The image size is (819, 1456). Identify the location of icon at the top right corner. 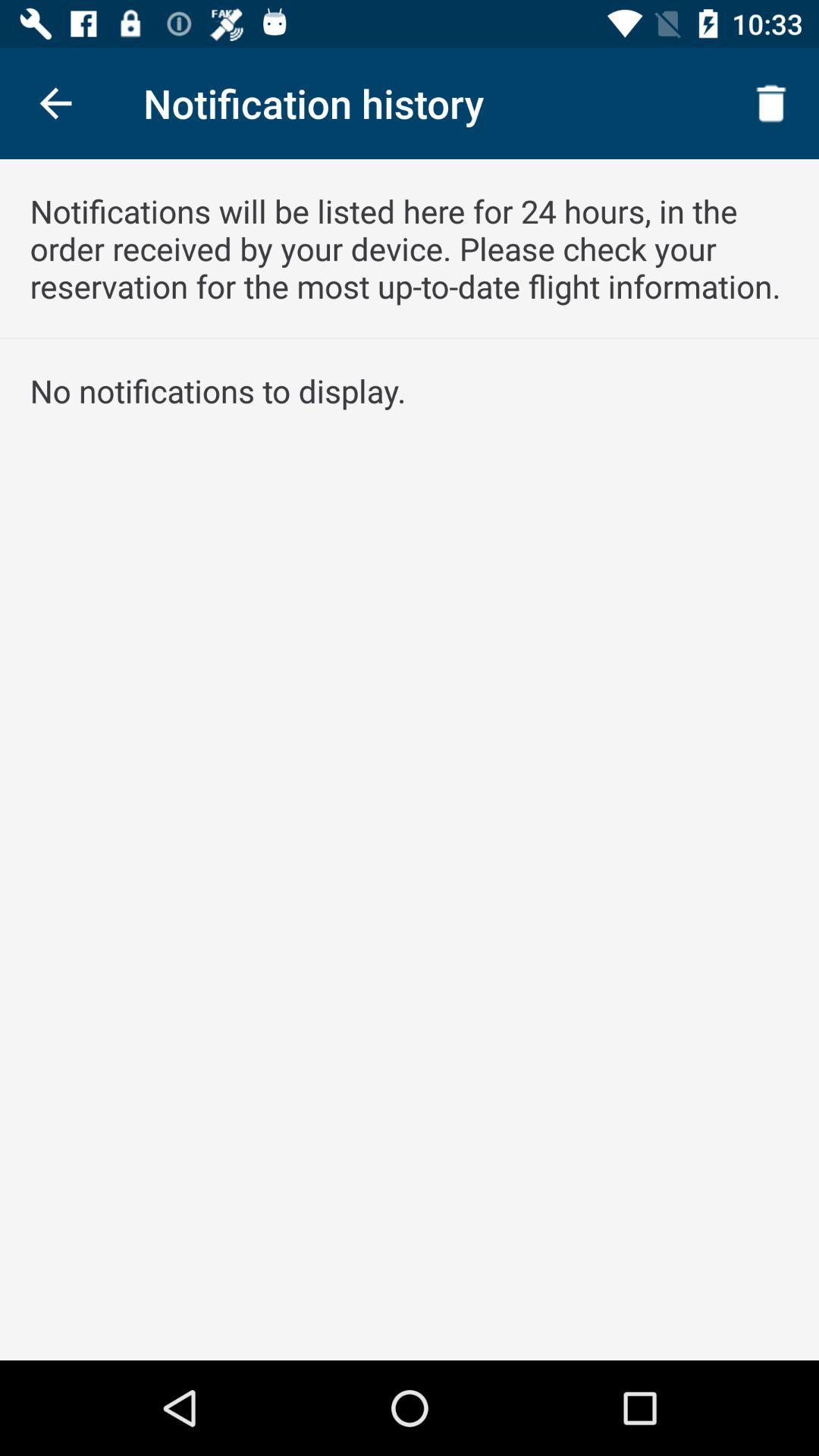
(771, 102).